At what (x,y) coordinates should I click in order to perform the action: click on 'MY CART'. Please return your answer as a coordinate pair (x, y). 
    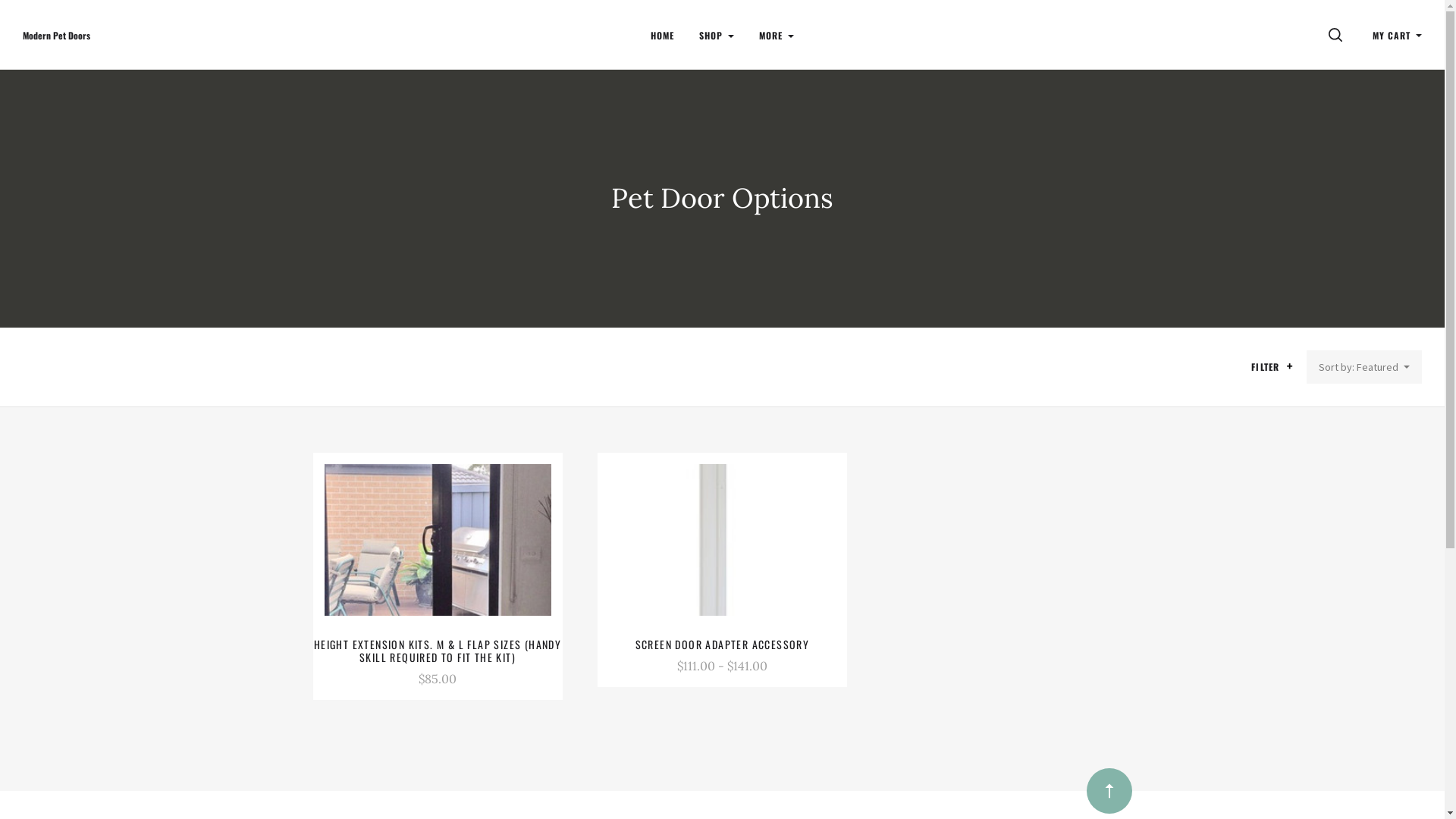
    Looking at the image, I should click on (1396, 34).